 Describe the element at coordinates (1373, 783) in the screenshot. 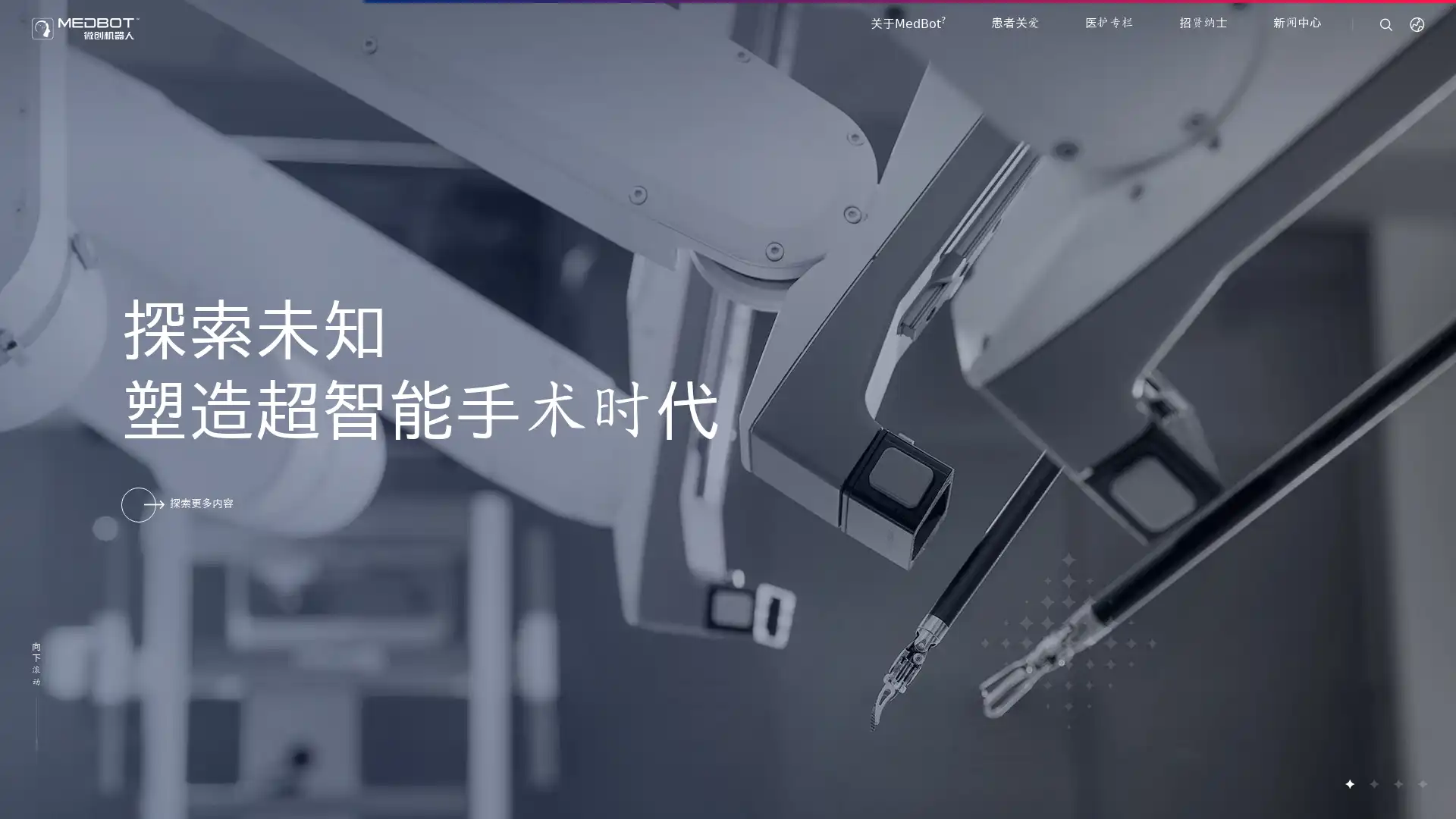

I see `Go to slide 2` at that location.